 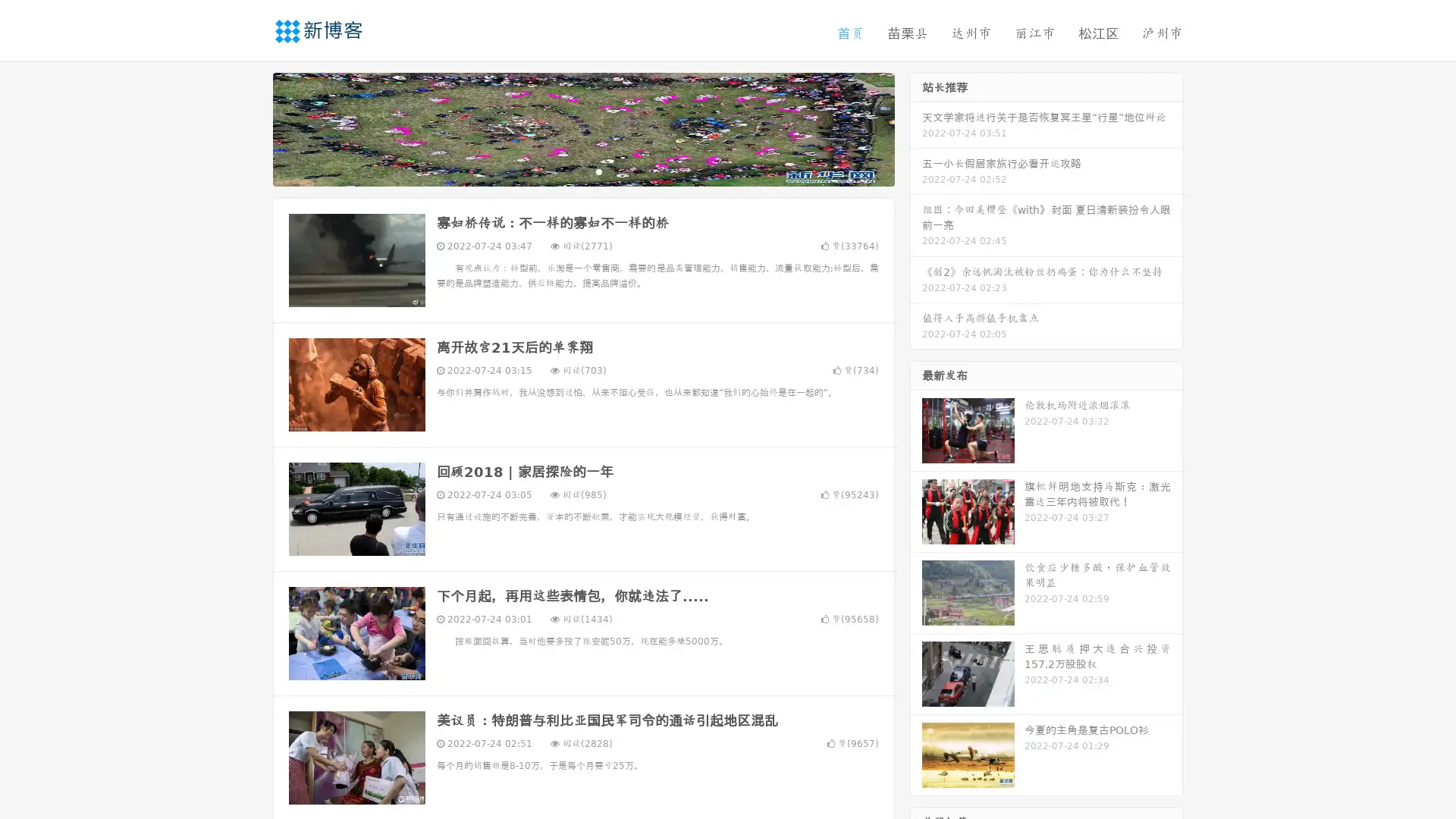 What do you see at coordinates (567, 171) in the screenshot?
I see `Go to slide 1` at bounding box center [567, 171].